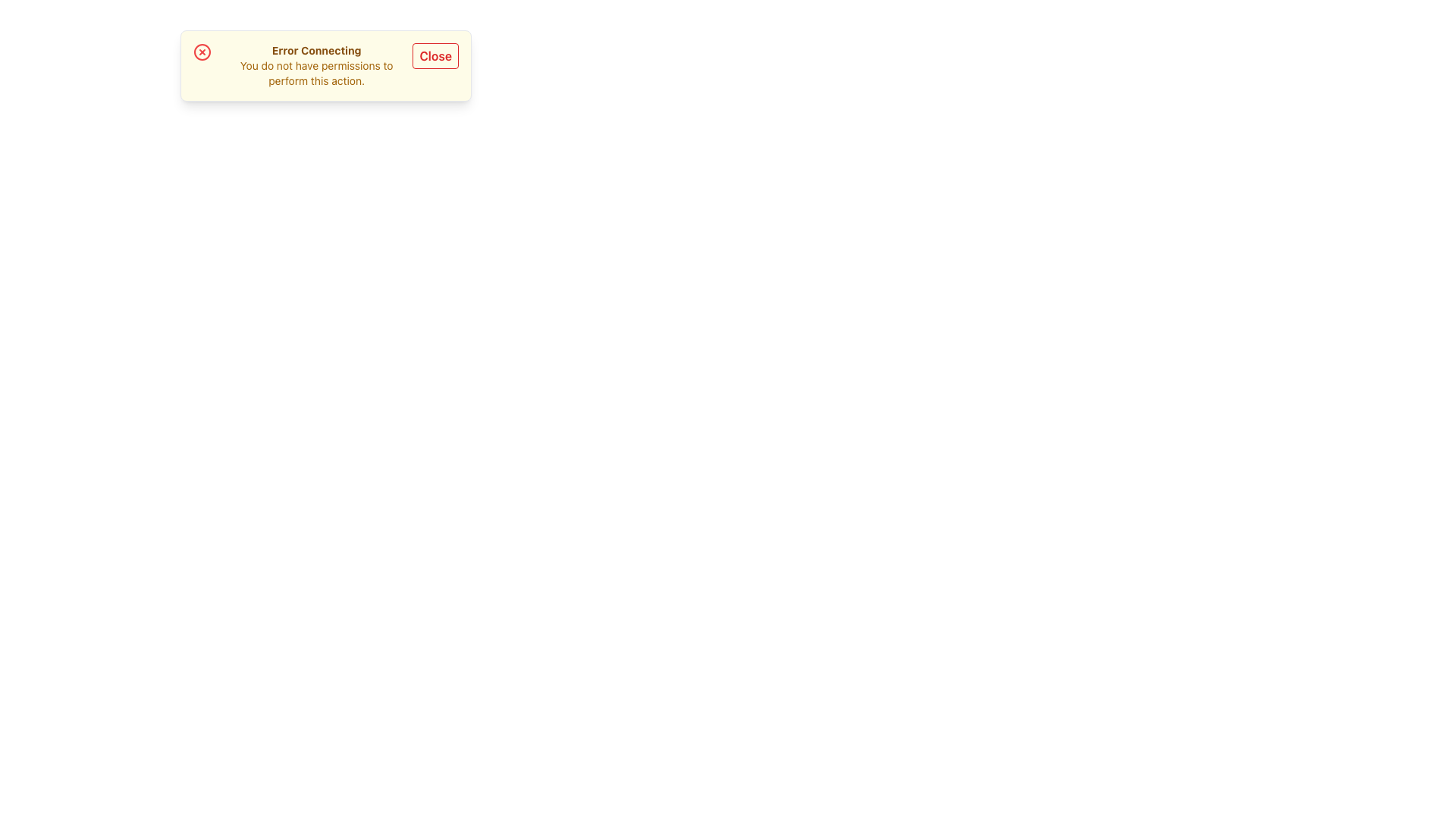  Describe the element at coordinates (315, 49) in the screenshot. I see `text content of the error connectivity title label located at the top of the alert box, indicating the issue with permissions` at that location.